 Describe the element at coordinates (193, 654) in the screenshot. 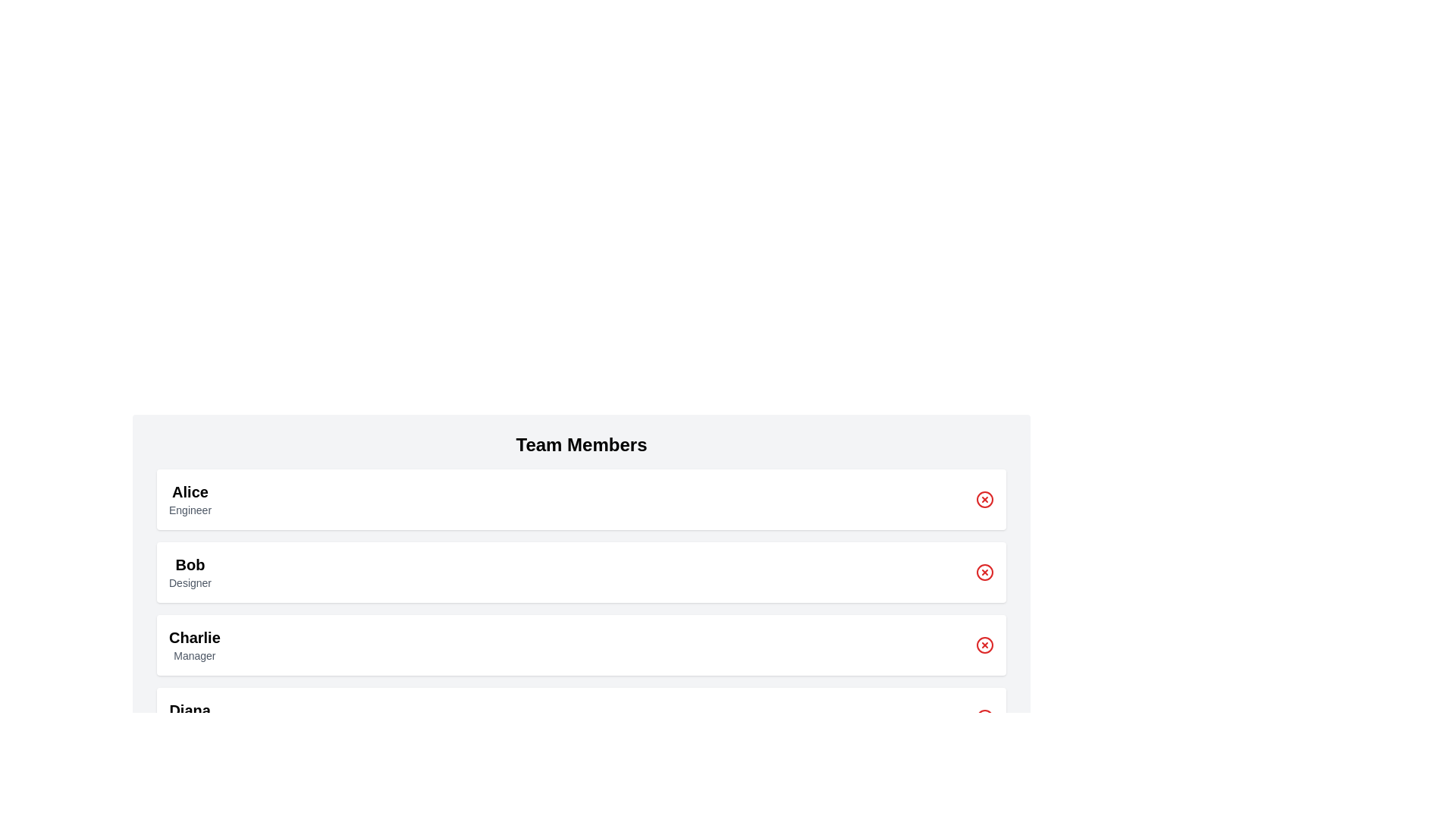

I see `the Text Label providing information about 'Charlie' in the 'Team Members' list` at that location.